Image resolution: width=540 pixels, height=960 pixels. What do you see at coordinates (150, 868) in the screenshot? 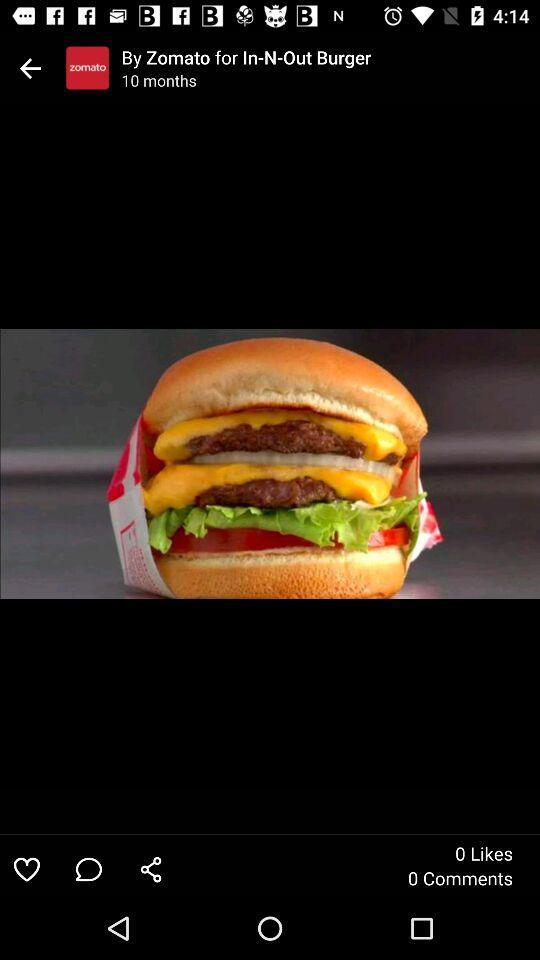
I see `icon to the left of 0 comments item` at bounding box center [150, 868].